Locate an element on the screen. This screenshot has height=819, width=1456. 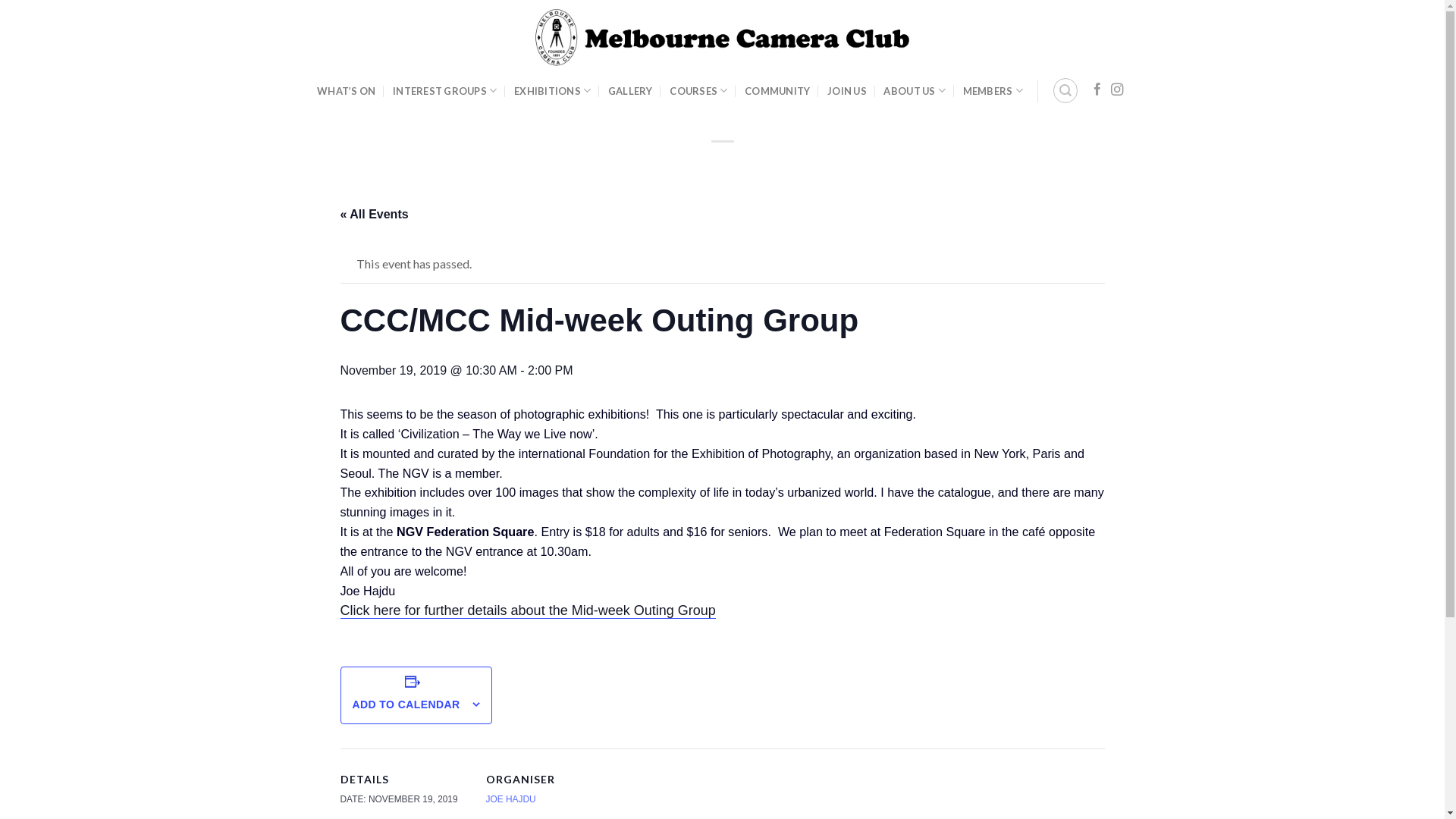
'EXHIBITIONS' is located at coordinates (513, 90).